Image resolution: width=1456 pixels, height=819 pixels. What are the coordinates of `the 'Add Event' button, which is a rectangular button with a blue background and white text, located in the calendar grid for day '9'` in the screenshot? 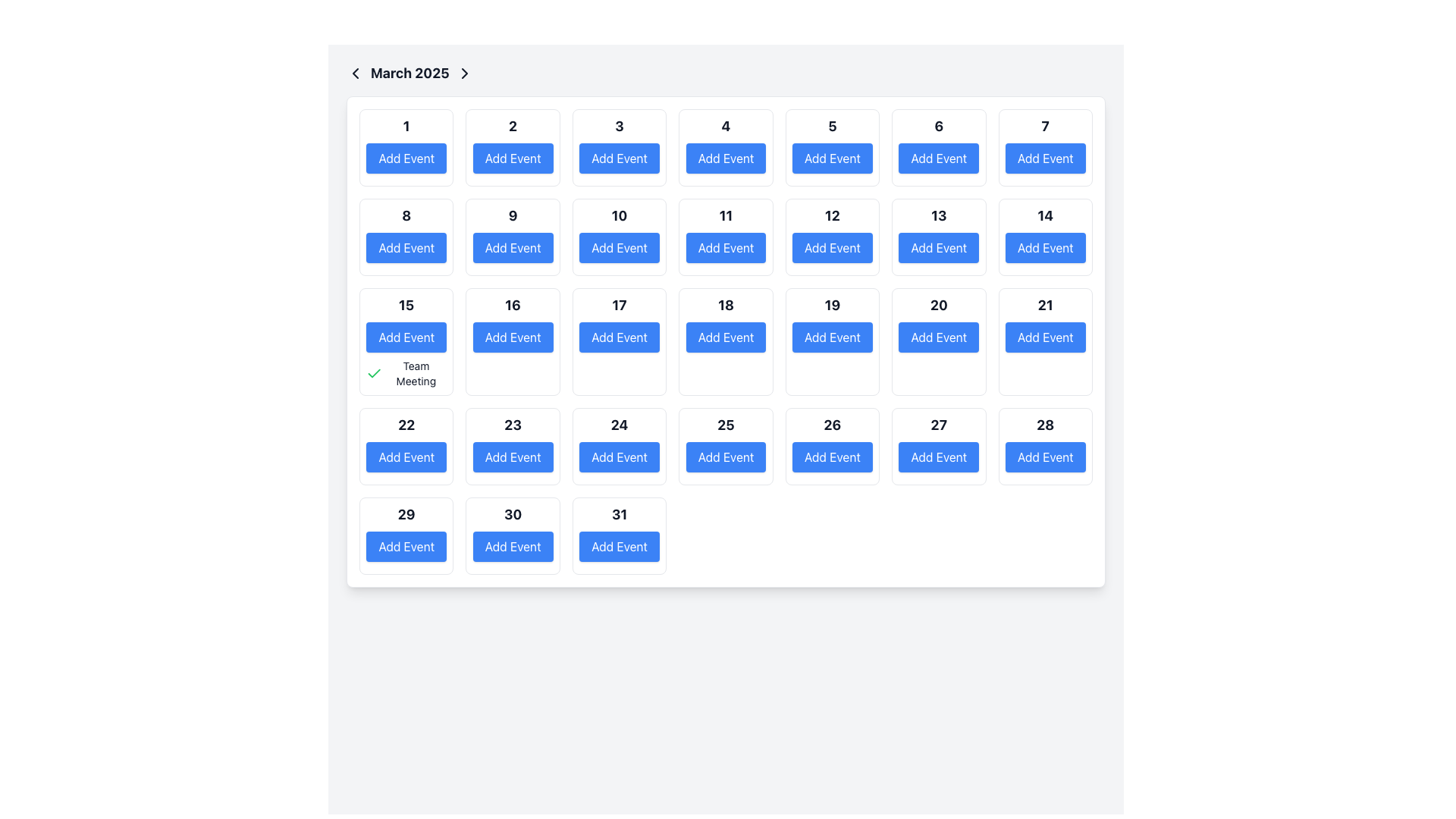 It's located at (513, 247).